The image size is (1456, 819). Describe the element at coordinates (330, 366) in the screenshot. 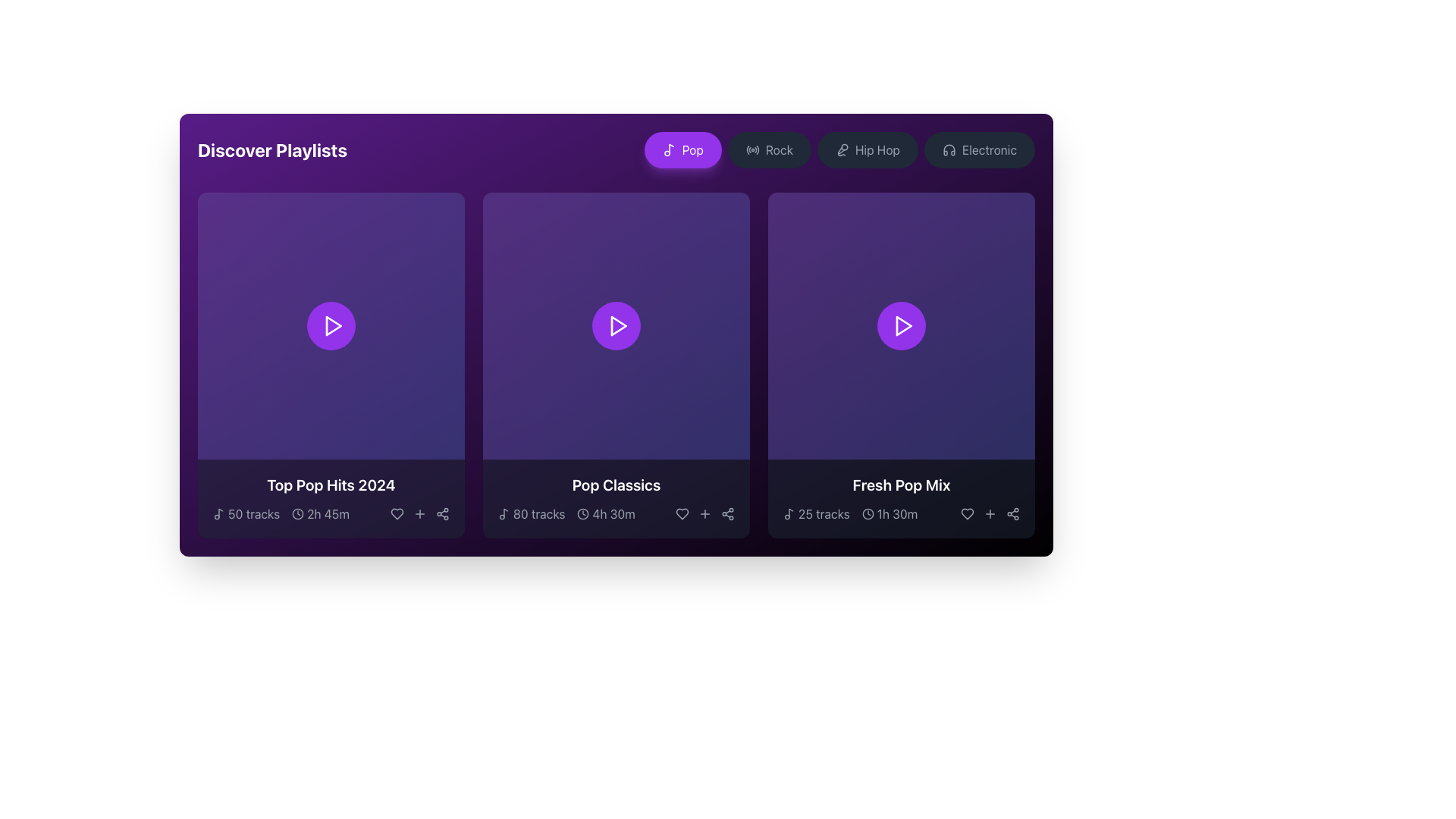

I see `the first card in the grid layout that provides access to the playlist titled 'Top Pop Hits 2024'` at that location.